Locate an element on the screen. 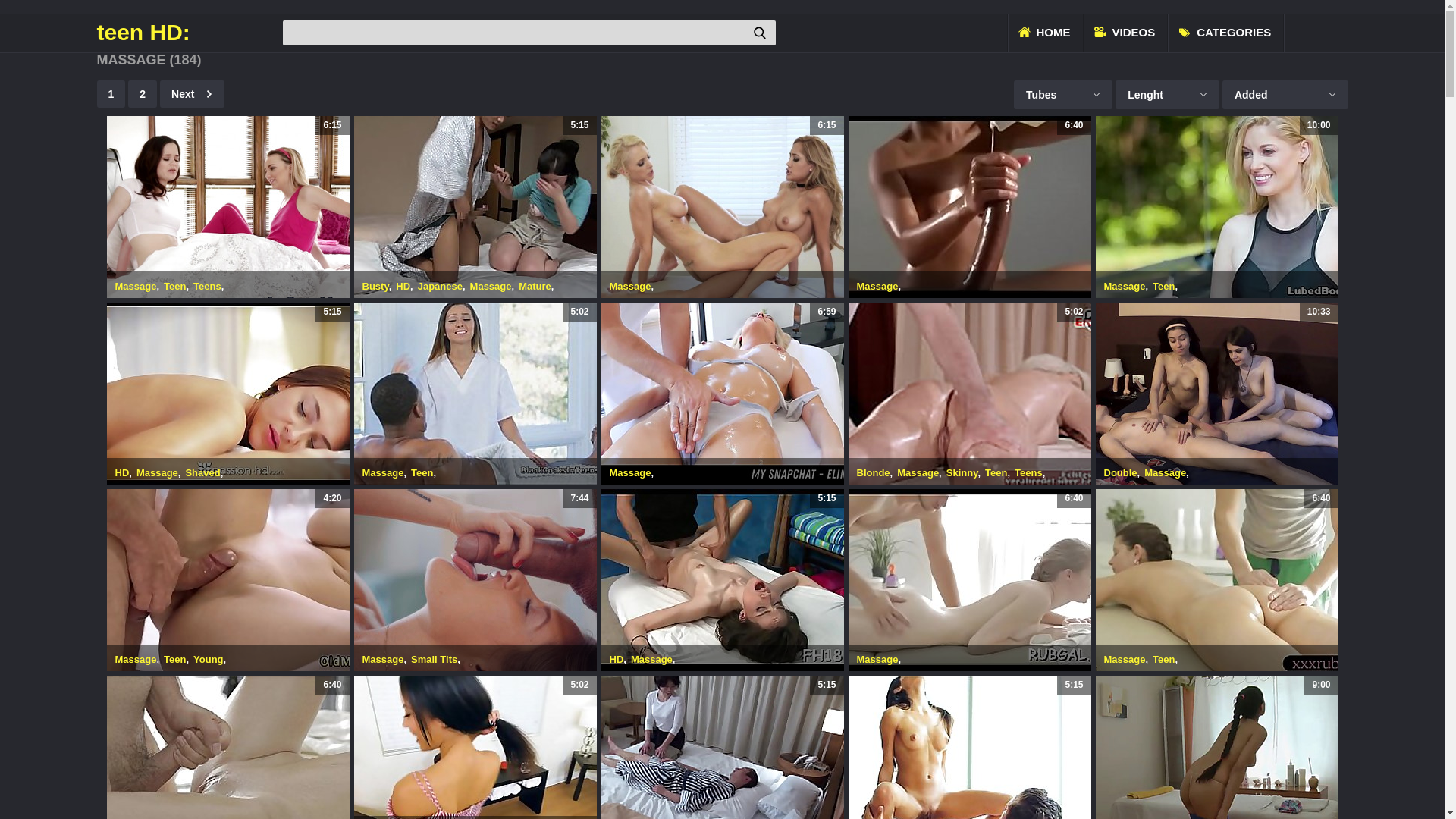  'Next' is located at coordinates (191, 93).